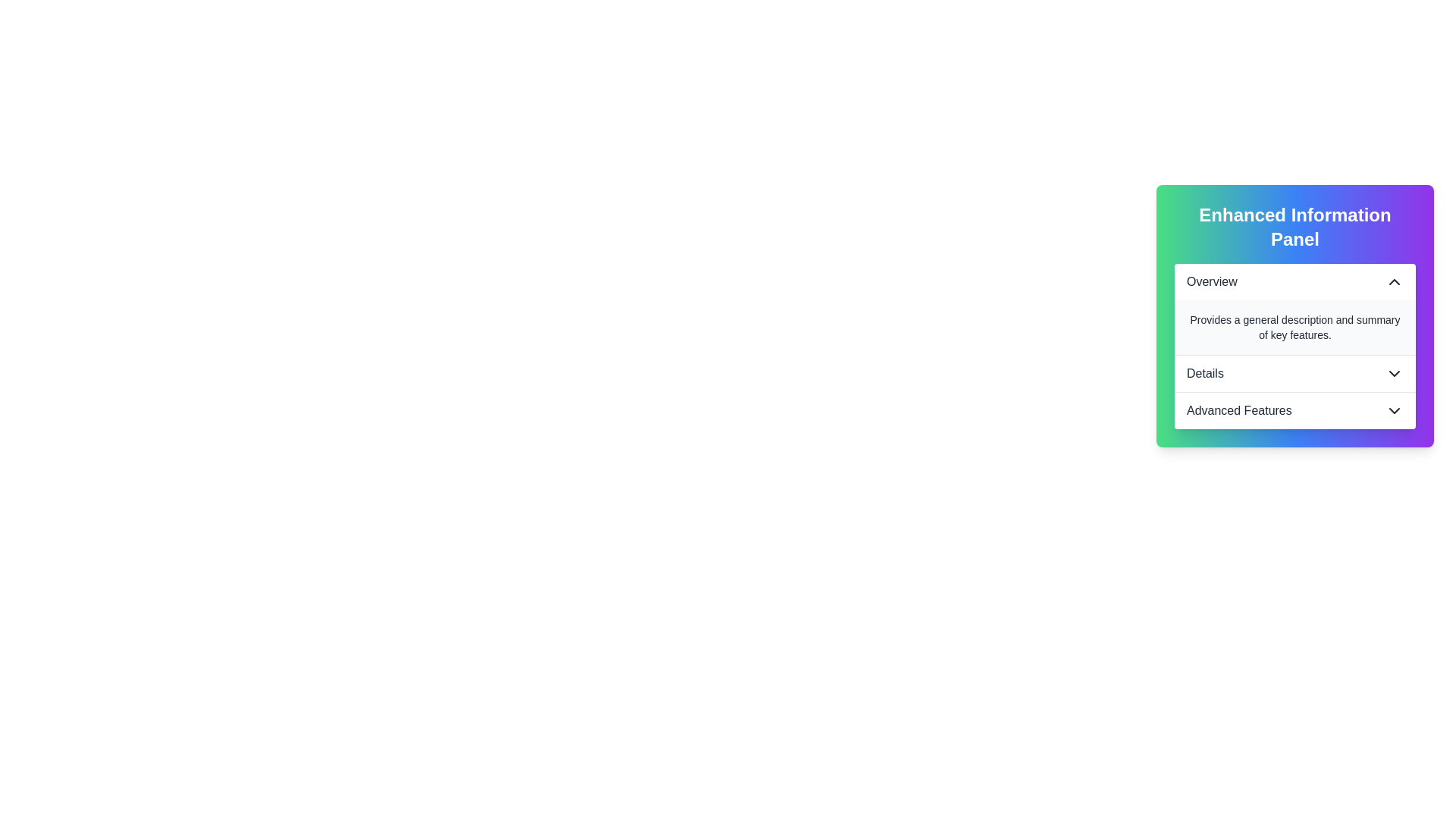 The image size is (1456, 819). I want to click on the 'Advanced Features' dropdown list heading, so click(1294, 409).